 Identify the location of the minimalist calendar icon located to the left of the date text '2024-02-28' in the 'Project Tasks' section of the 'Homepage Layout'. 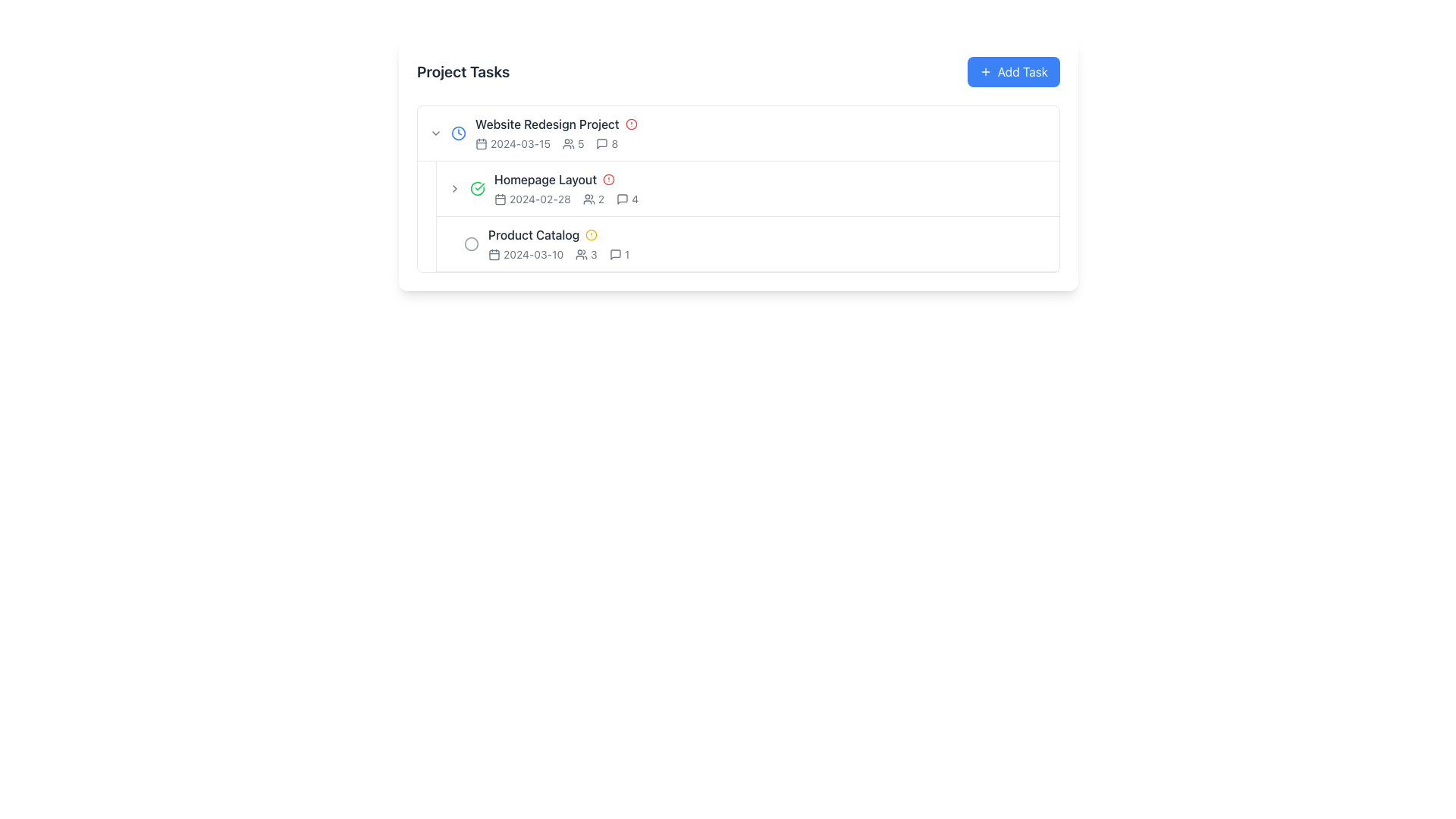
(500, 198).